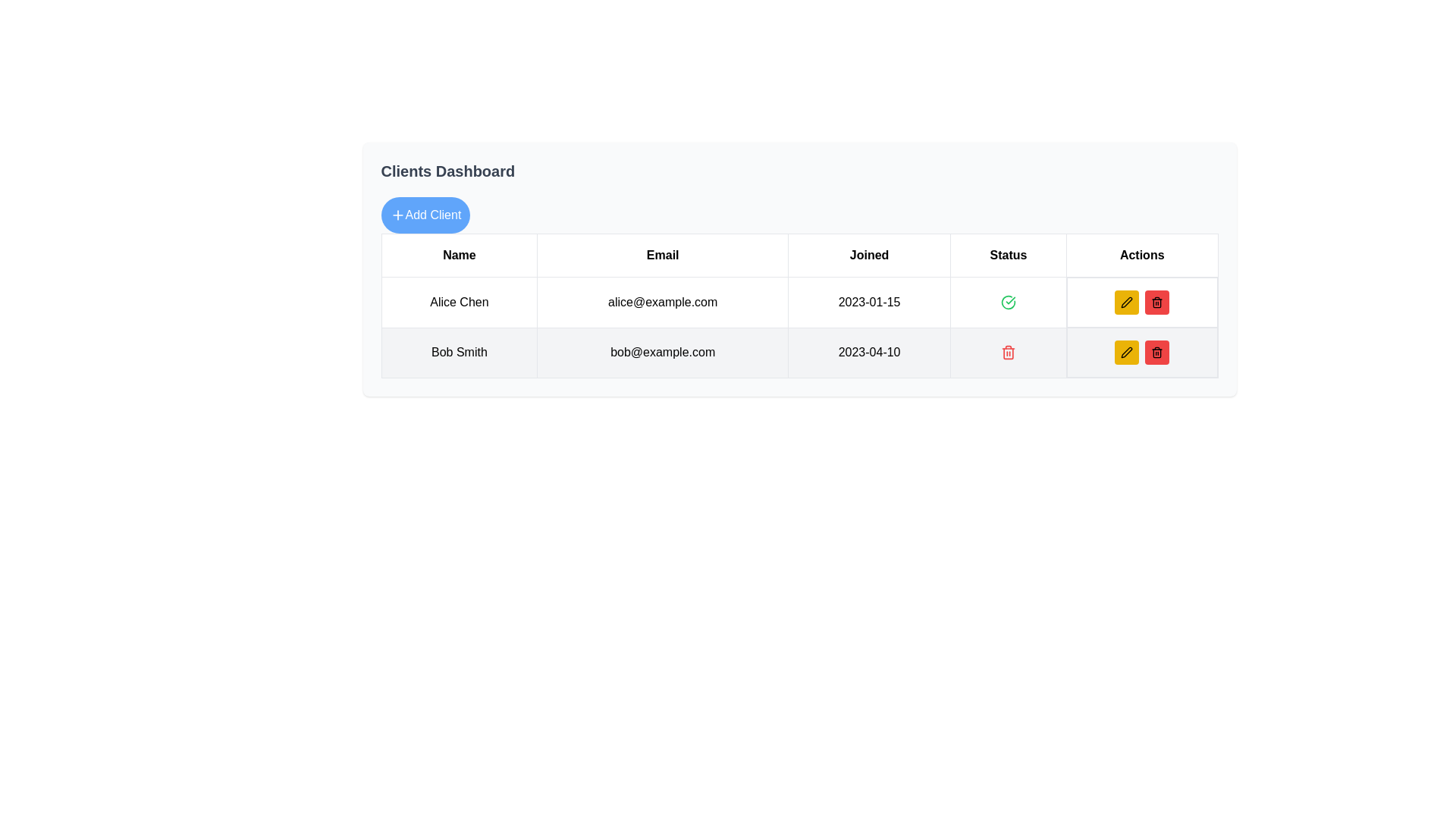  I want to click on the yellow rectangular button with rounded corners featuring a pen icon, located in the 'Actions' column of the second row for the 'Bob Smith' entry, so click(1127, 302).